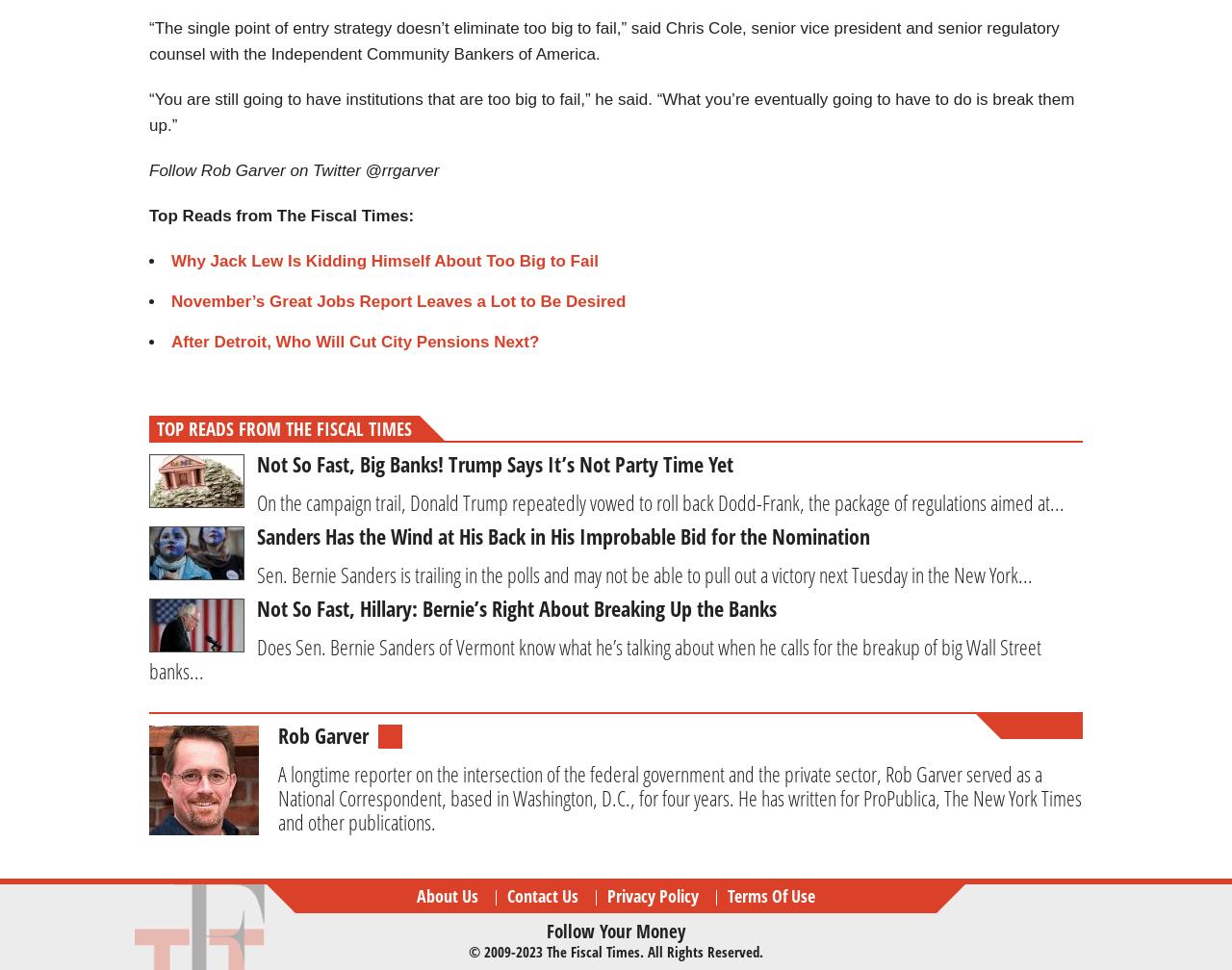 The width and height of the screenshot is (1232, 970). I want to click on '© 2009-2023 The Fiscal Times. All rights reserved.', so click(616, 951).